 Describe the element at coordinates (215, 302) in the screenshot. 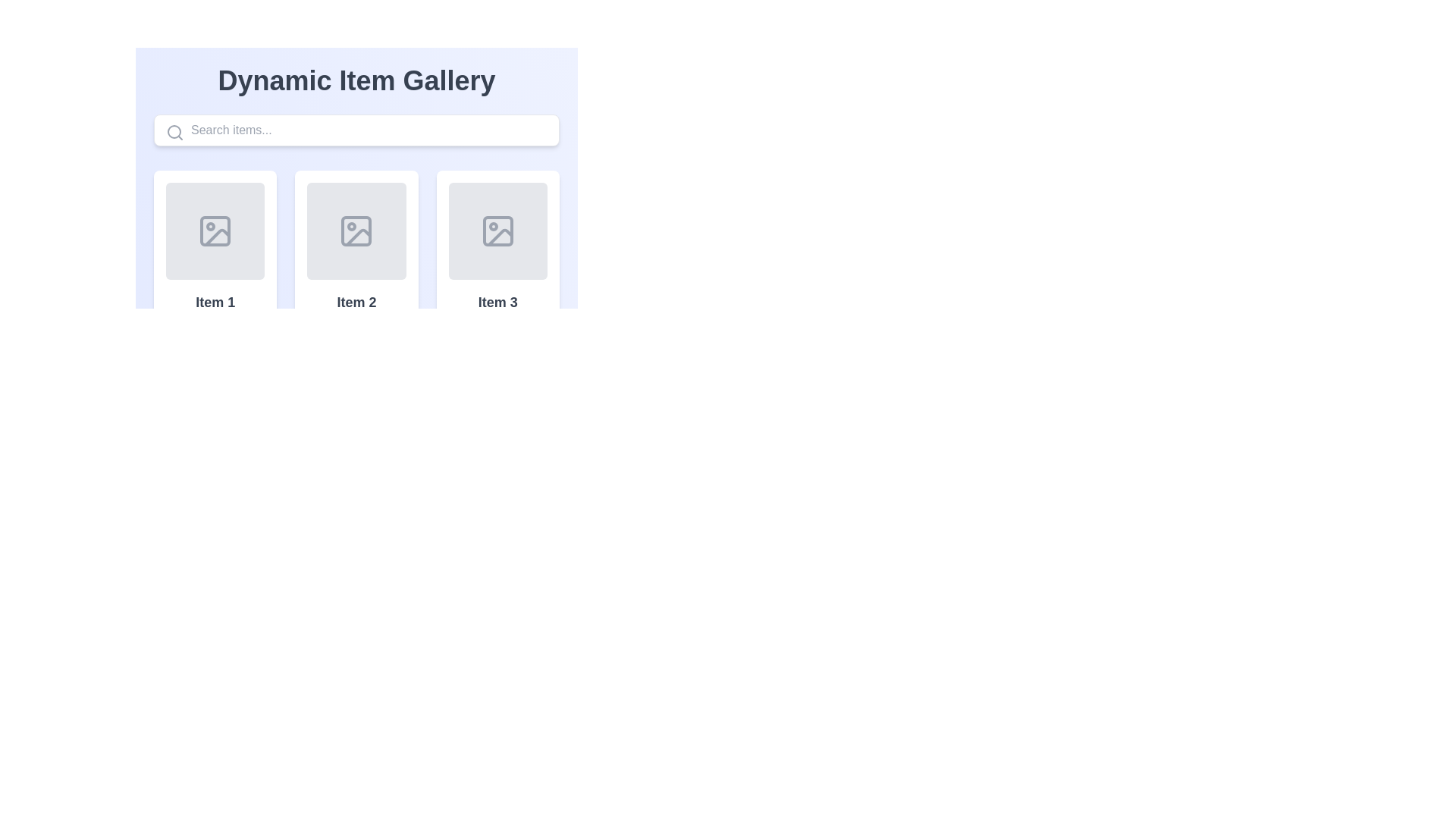

I see `the text label displaying 'Item 1' in bold, dark gray font, which is located in the first card of a series of horizontally displayed cards` at that location.